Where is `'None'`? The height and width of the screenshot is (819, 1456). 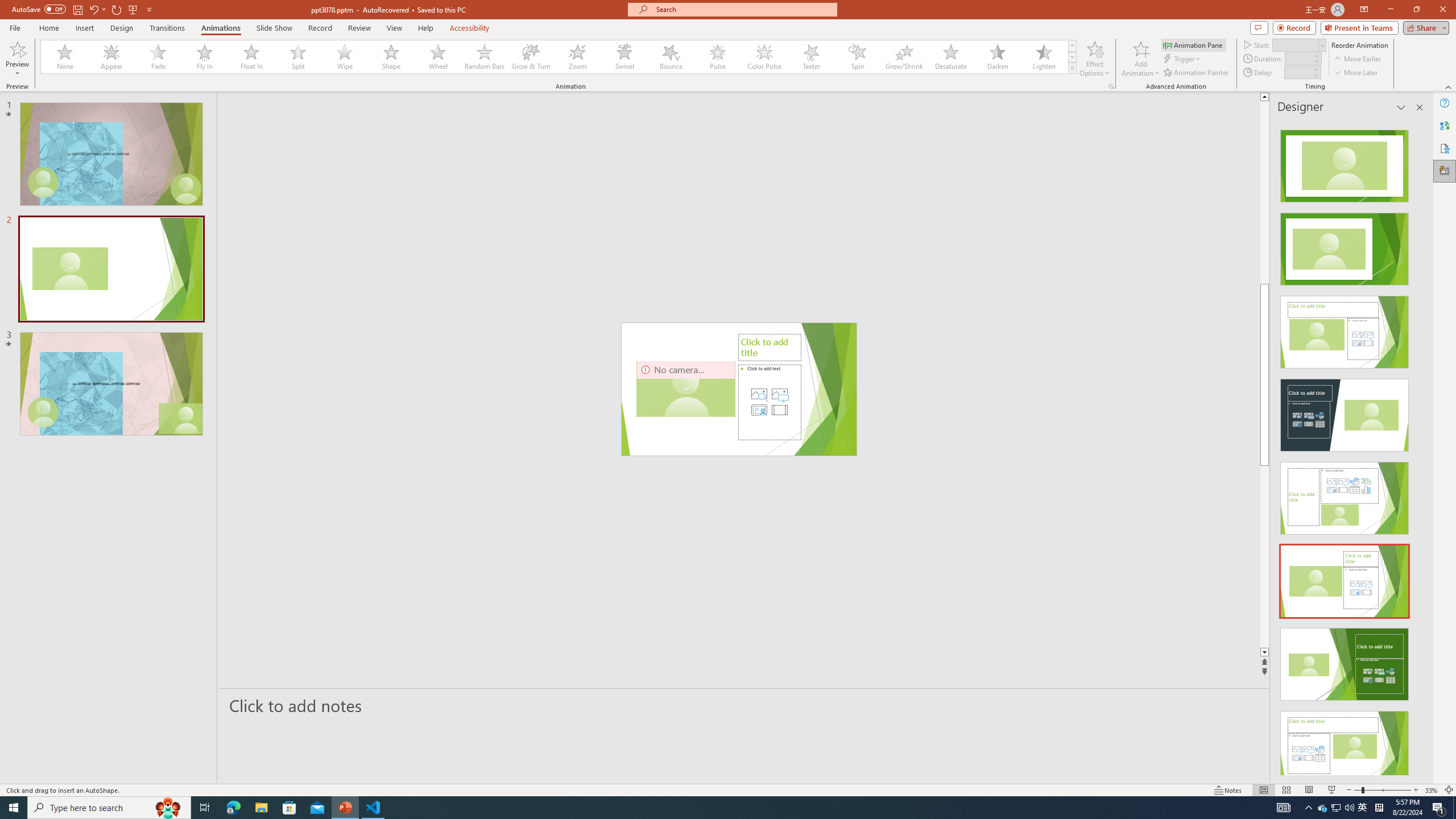
'None' is located at coordinates (65, 56).